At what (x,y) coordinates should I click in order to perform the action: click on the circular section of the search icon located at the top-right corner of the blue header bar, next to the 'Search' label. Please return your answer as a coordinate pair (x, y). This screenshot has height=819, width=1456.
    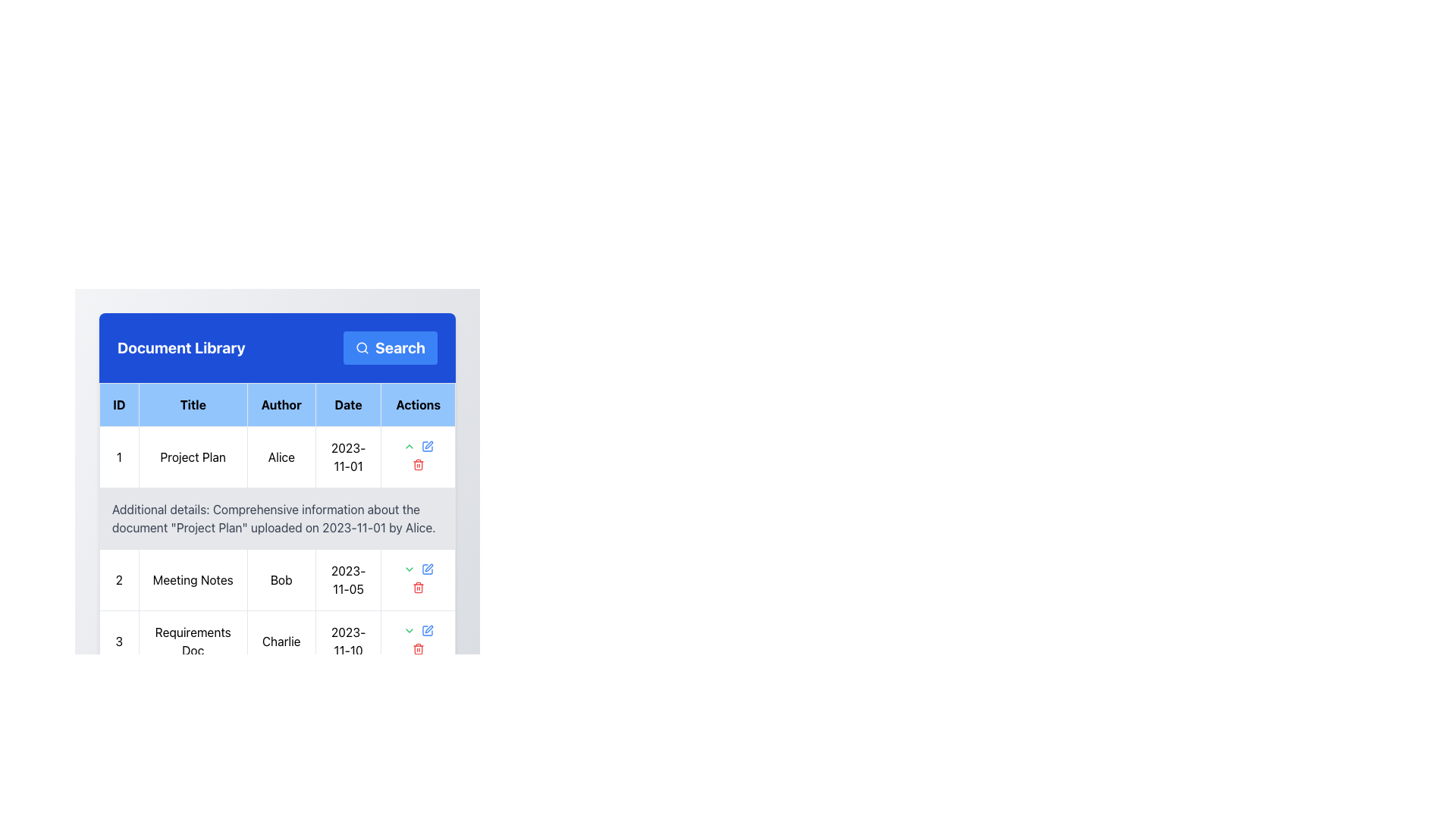
    Looking at the image, I should click on (361, 347).